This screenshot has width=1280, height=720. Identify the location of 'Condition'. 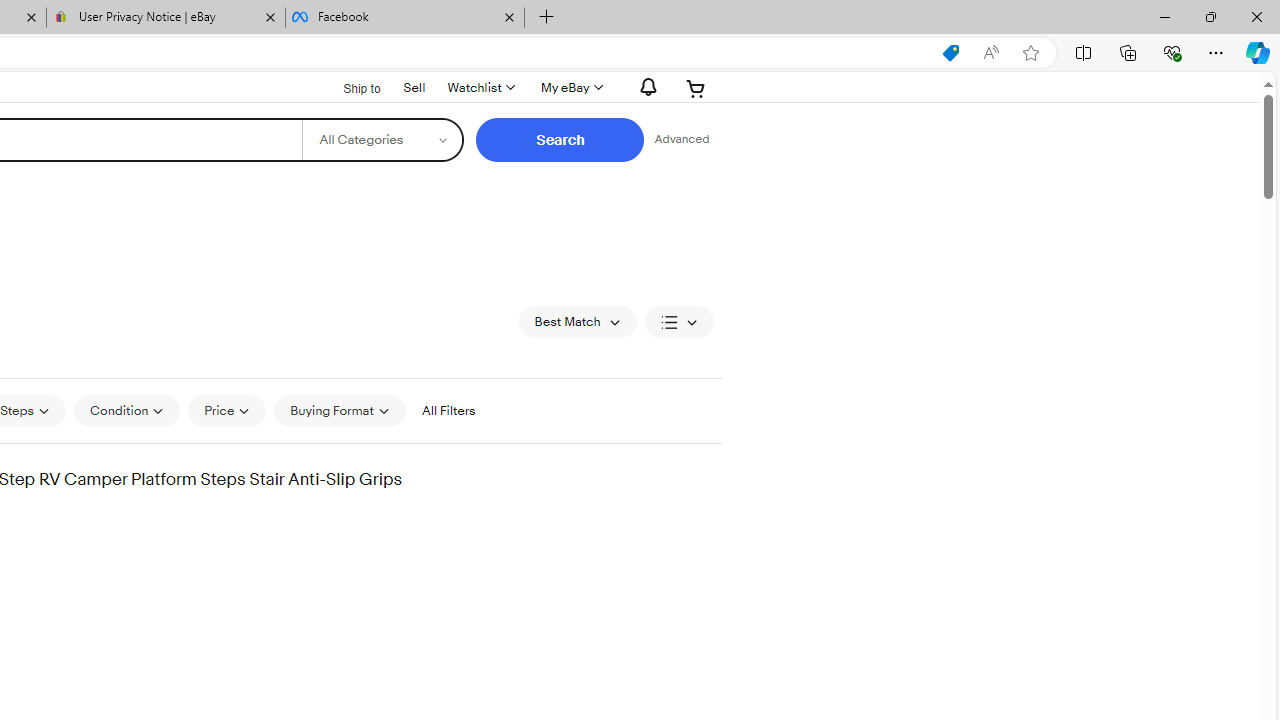
(125, 410).